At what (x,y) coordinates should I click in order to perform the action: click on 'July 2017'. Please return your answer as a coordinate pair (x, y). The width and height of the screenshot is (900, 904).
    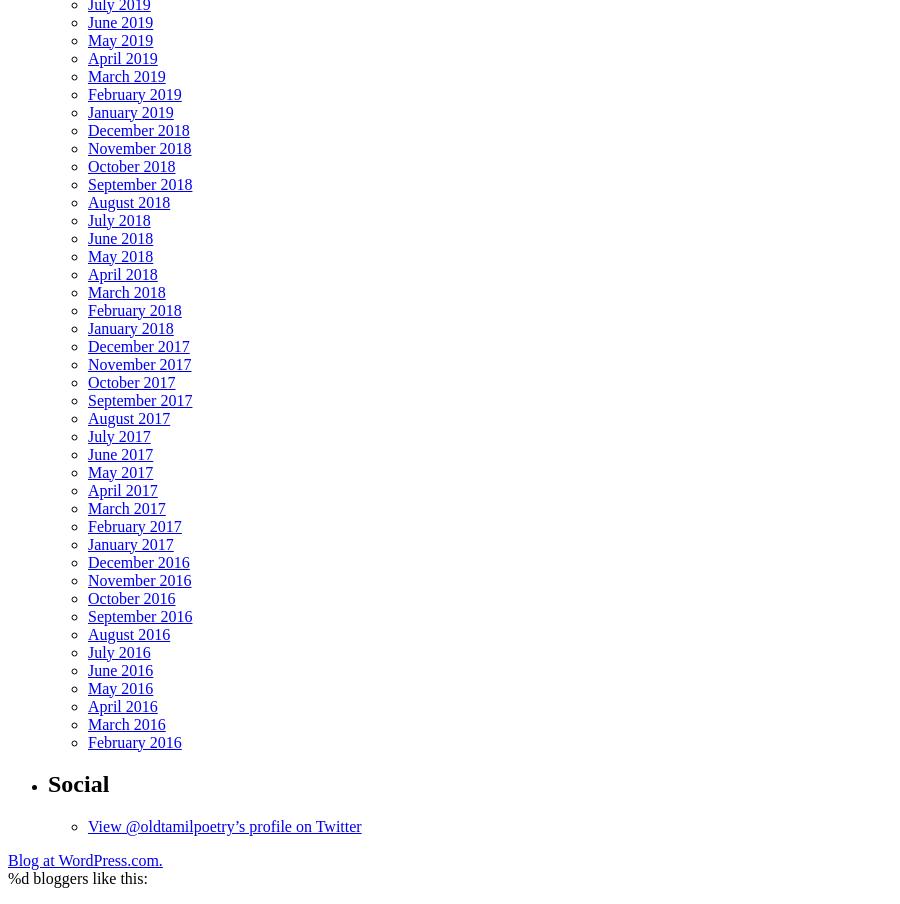
    Looking at the image, I should click on (87, 435).